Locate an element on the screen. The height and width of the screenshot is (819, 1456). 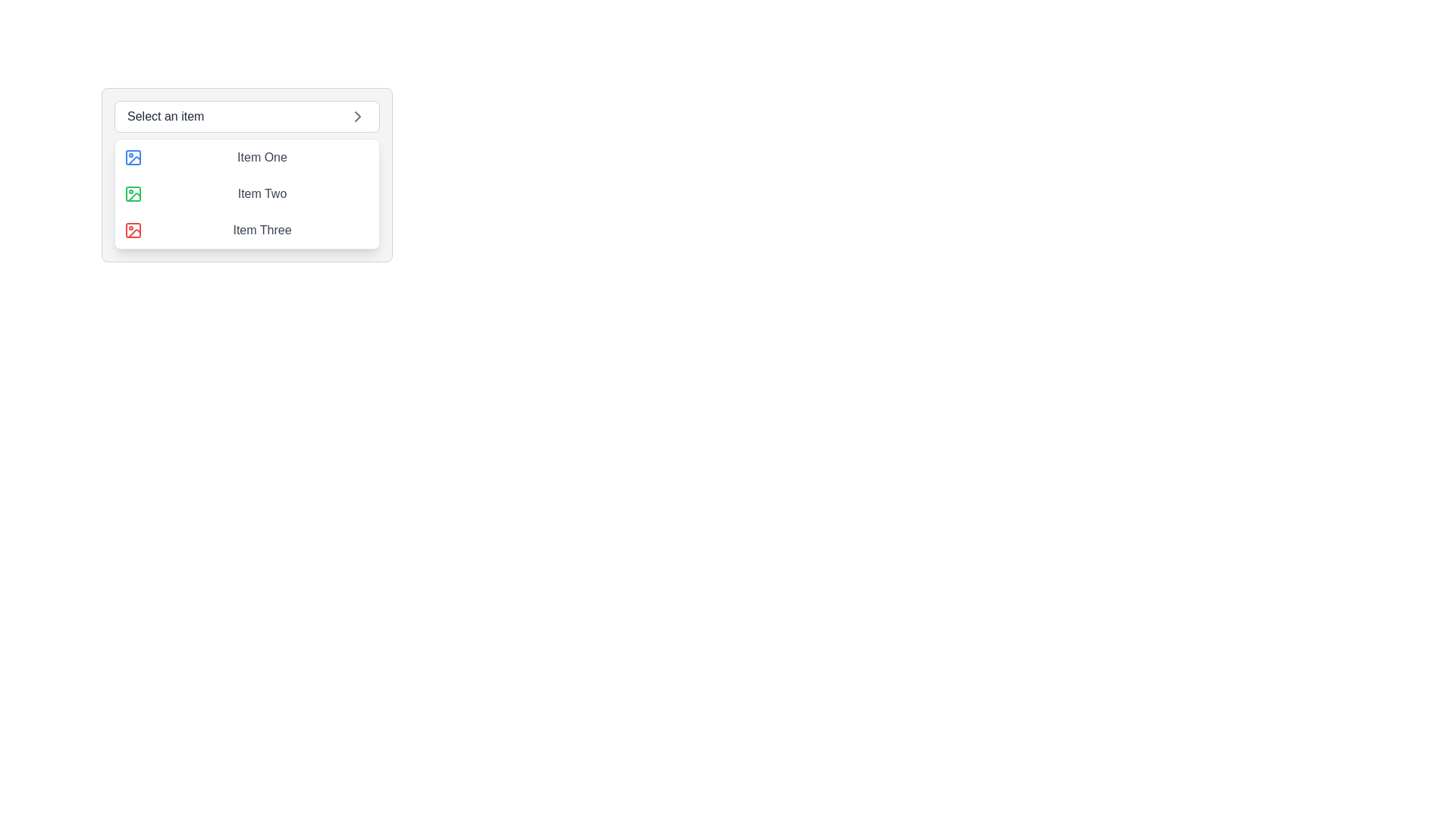
the chevron icon indicating the expandable menu associated with the 'Select an item' dropdown box is located at coordinates (356, 116).